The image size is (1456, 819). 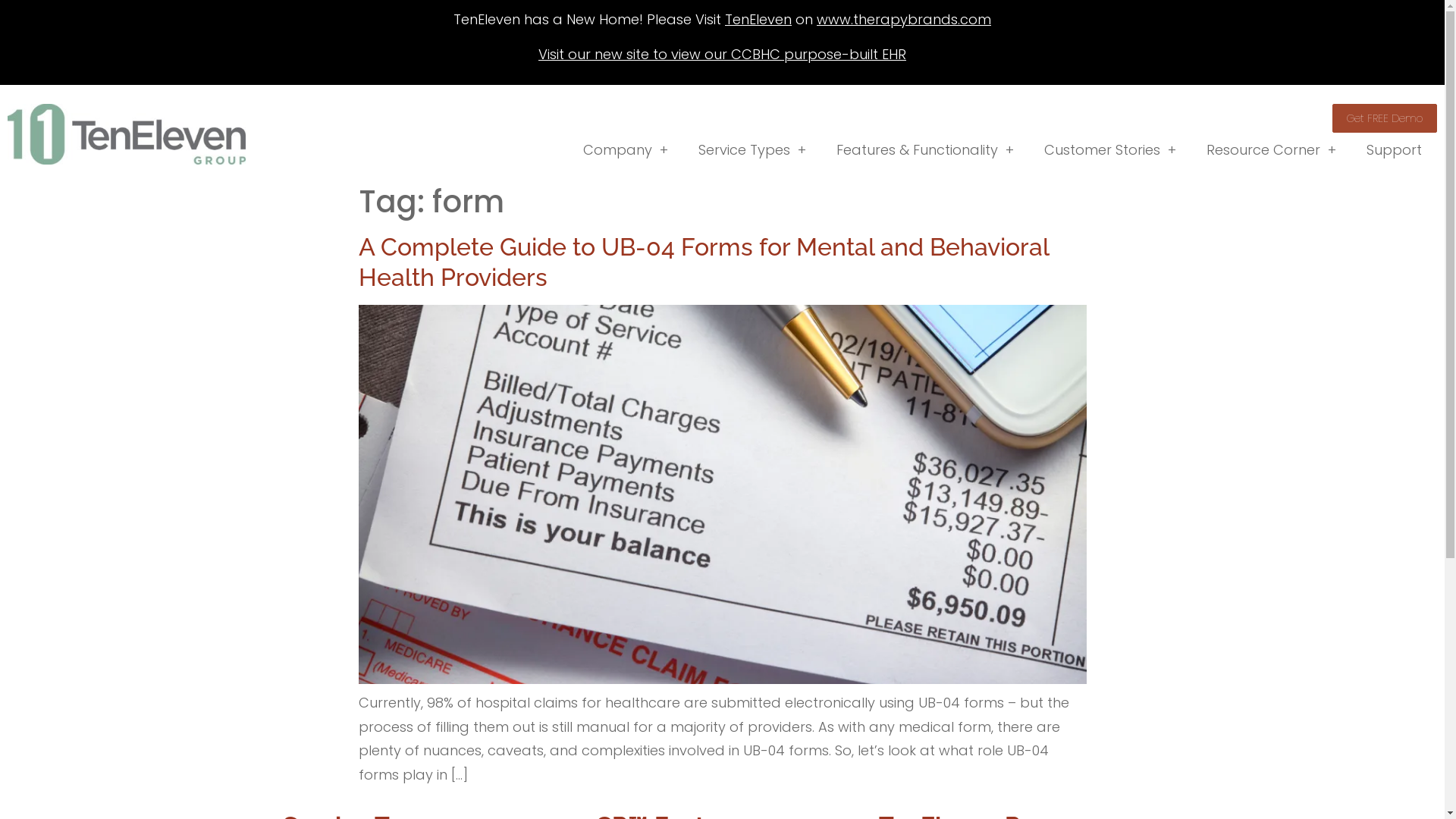 I want to click on 'Company', so click(x=626, y=149).